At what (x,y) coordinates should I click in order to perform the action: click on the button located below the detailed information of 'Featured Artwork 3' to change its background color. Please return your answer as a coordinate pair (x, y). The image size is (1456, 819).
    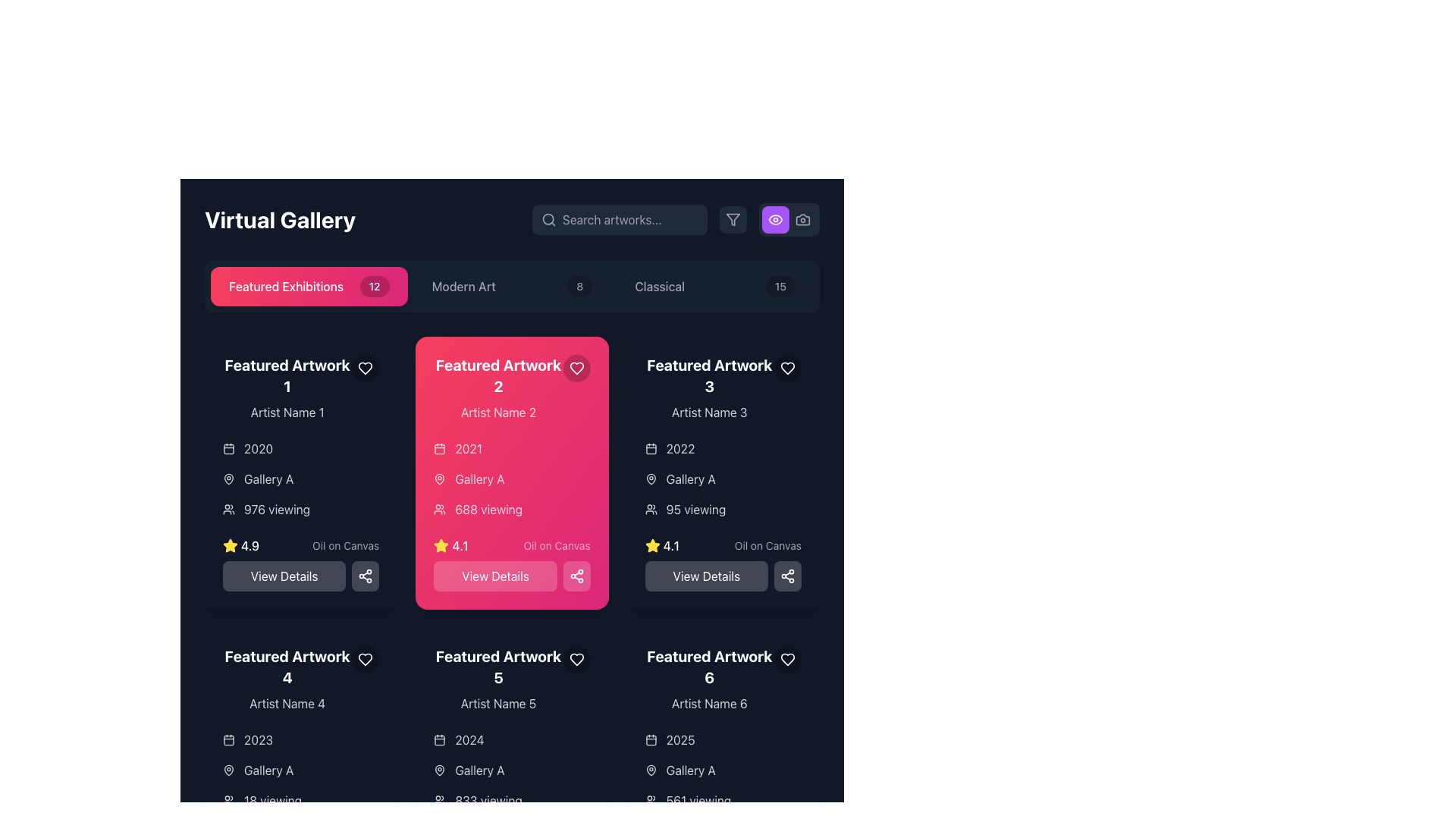
    Looking at the image, I should click on (705, 576).